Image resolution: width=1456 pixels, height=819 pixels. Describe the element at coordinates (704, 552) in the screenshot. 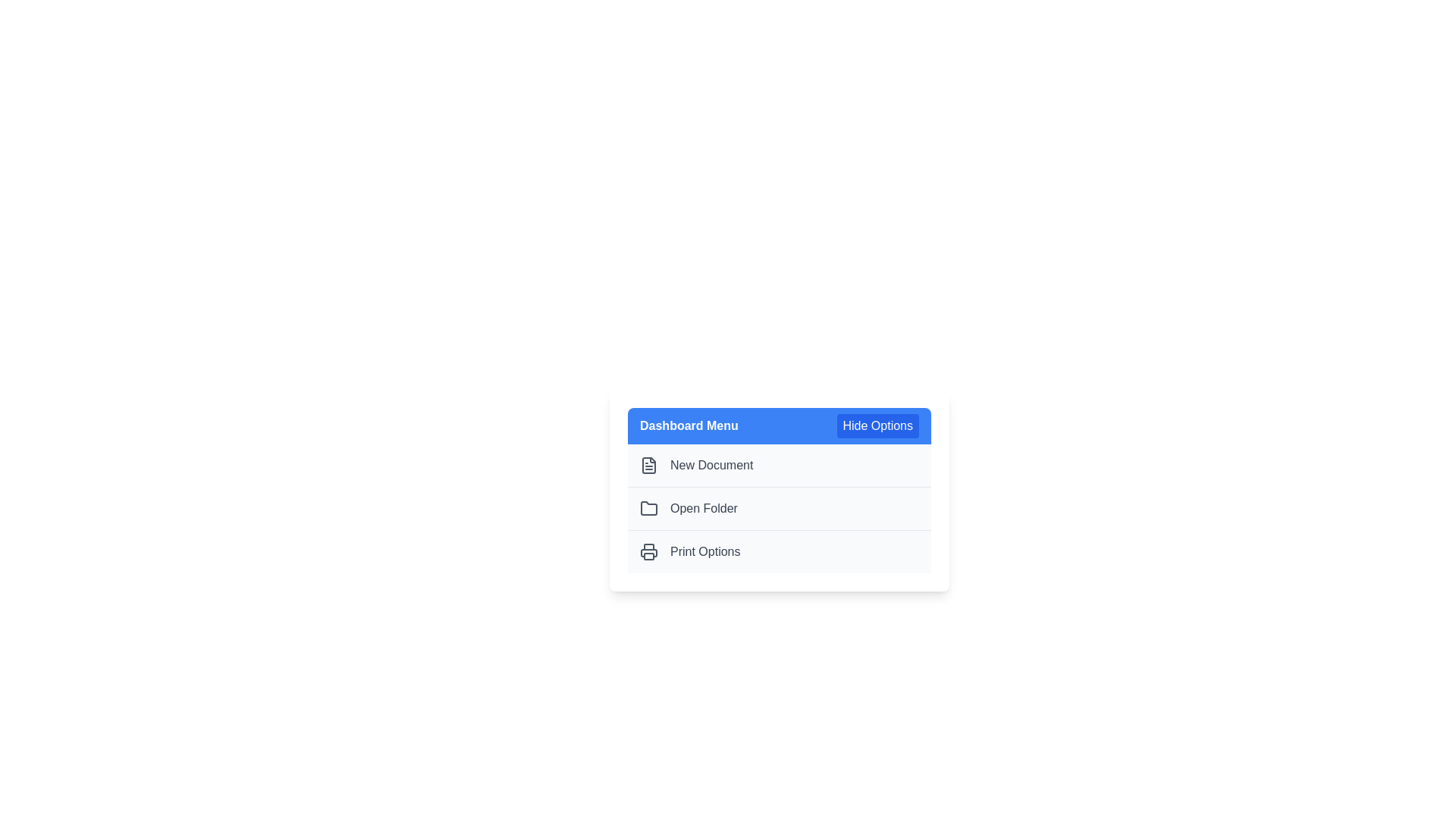

I see `label that describes the printer option in the menu, located in the lower section of the vertical menu panel within the pop-up` at that location.